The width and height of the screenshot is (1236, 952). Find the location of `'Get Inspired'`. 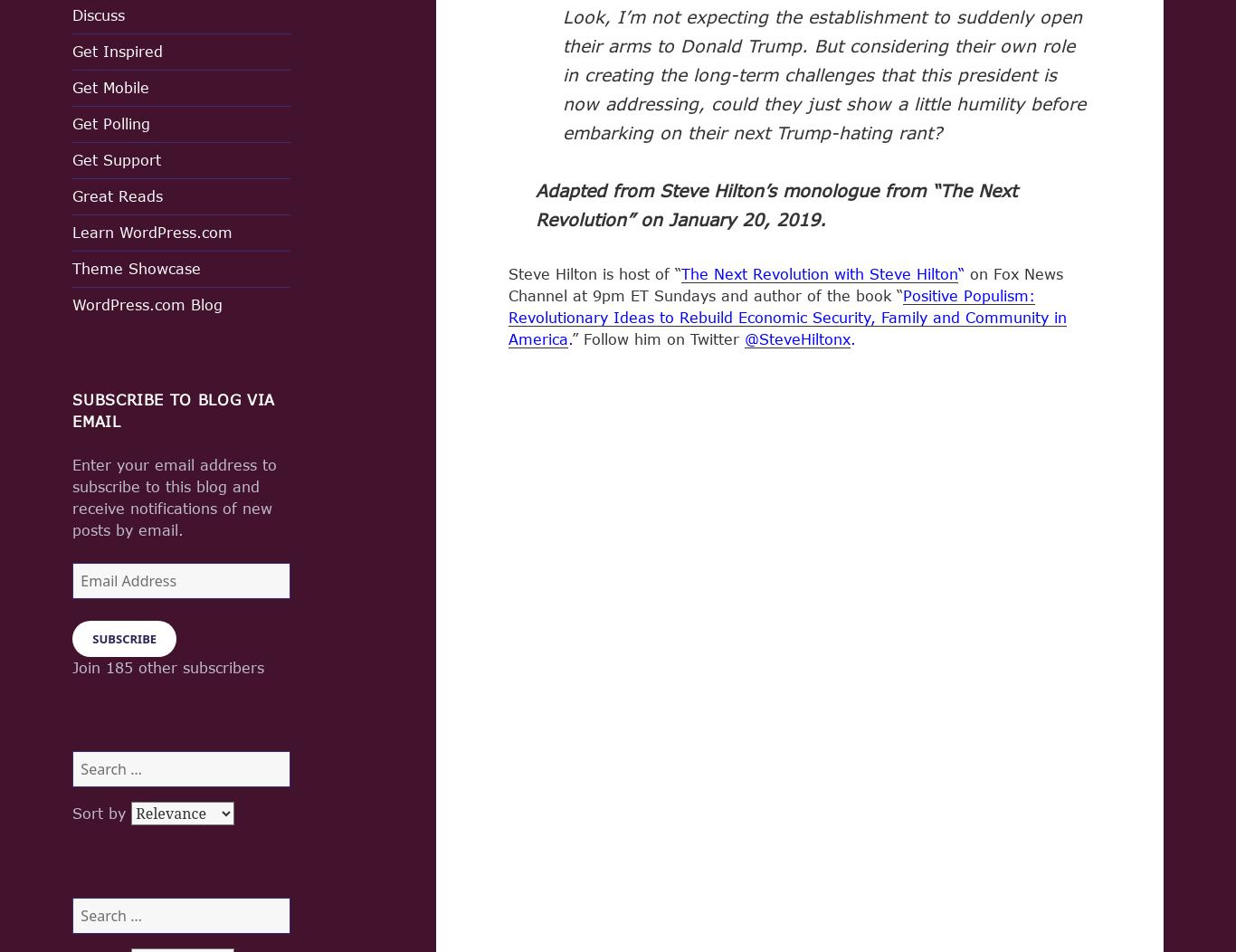

'Get Inspired' is located at coordinates (117, 50).